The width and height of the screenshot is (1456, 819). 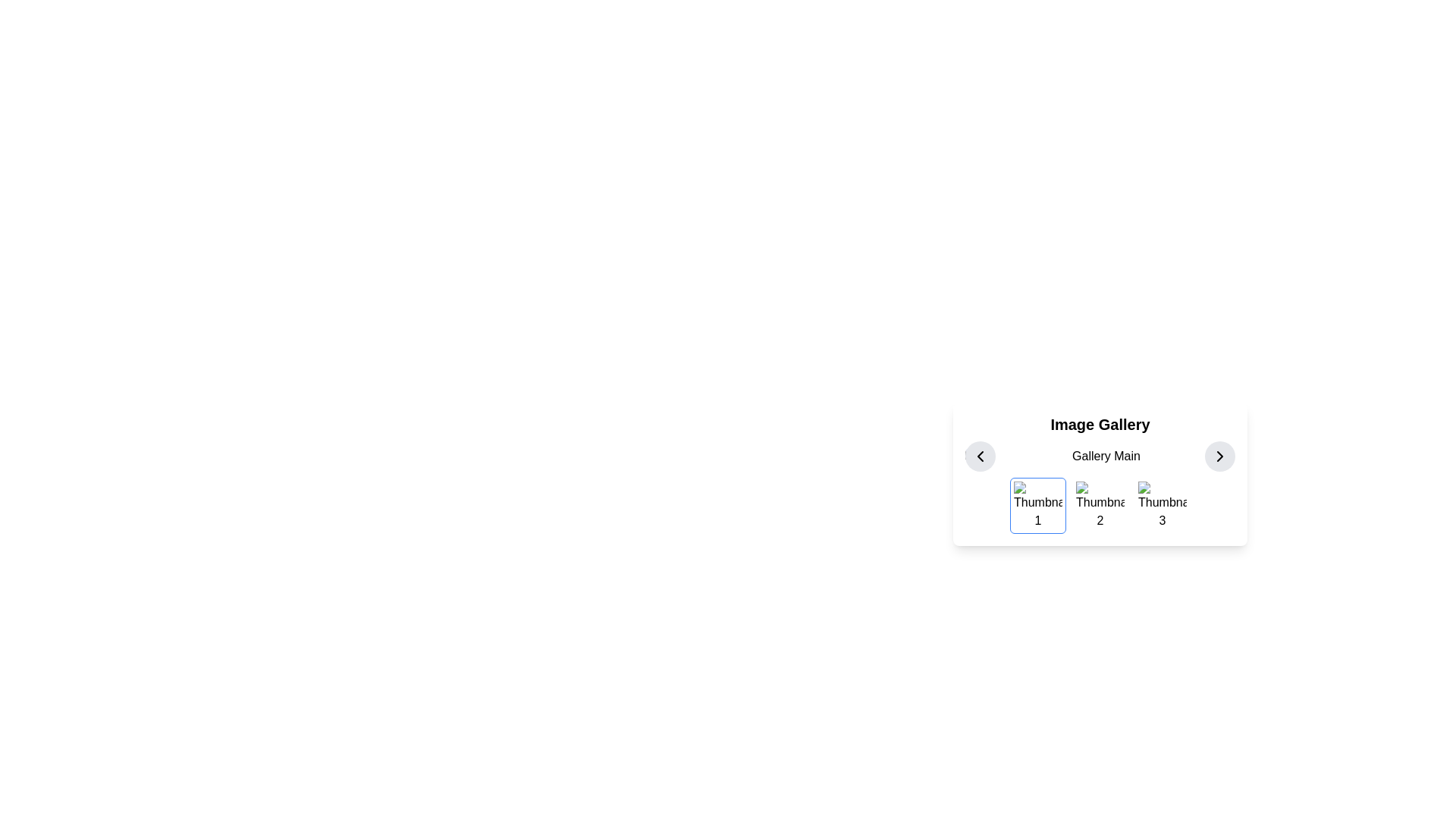 What do you see at coordinates (1100, 506) in the screenshot?
I see `the individual thumbnail in the Group of interactable image thumbnails located below the 'Gallery Main' title` at bounding box center [1100, 506].